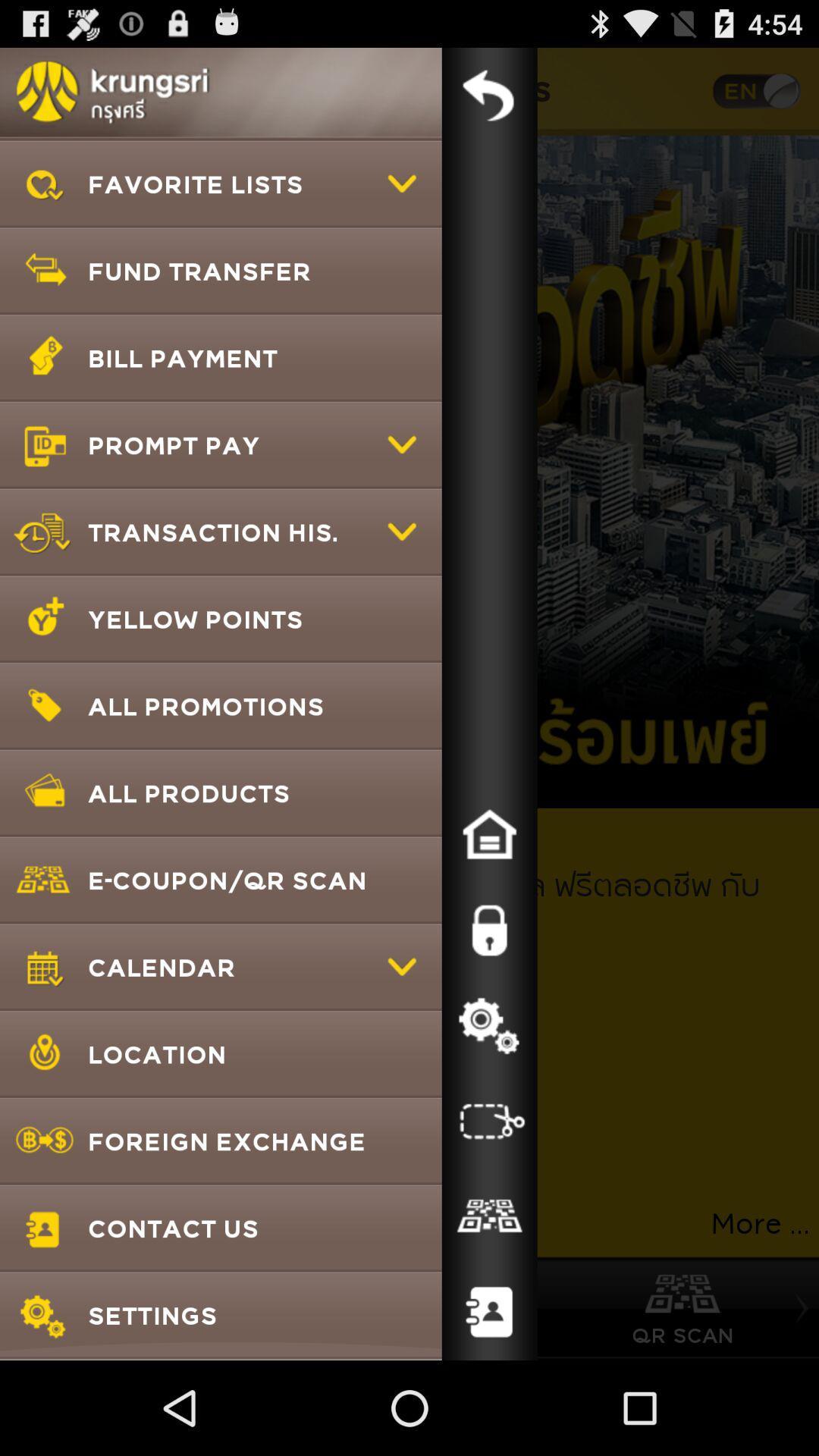 This screenshot has height=1456, width=819. What do you see at coordinates (489, 930) in the screenshot?
I see `passwords and security options` at bounding box center [489, 930].